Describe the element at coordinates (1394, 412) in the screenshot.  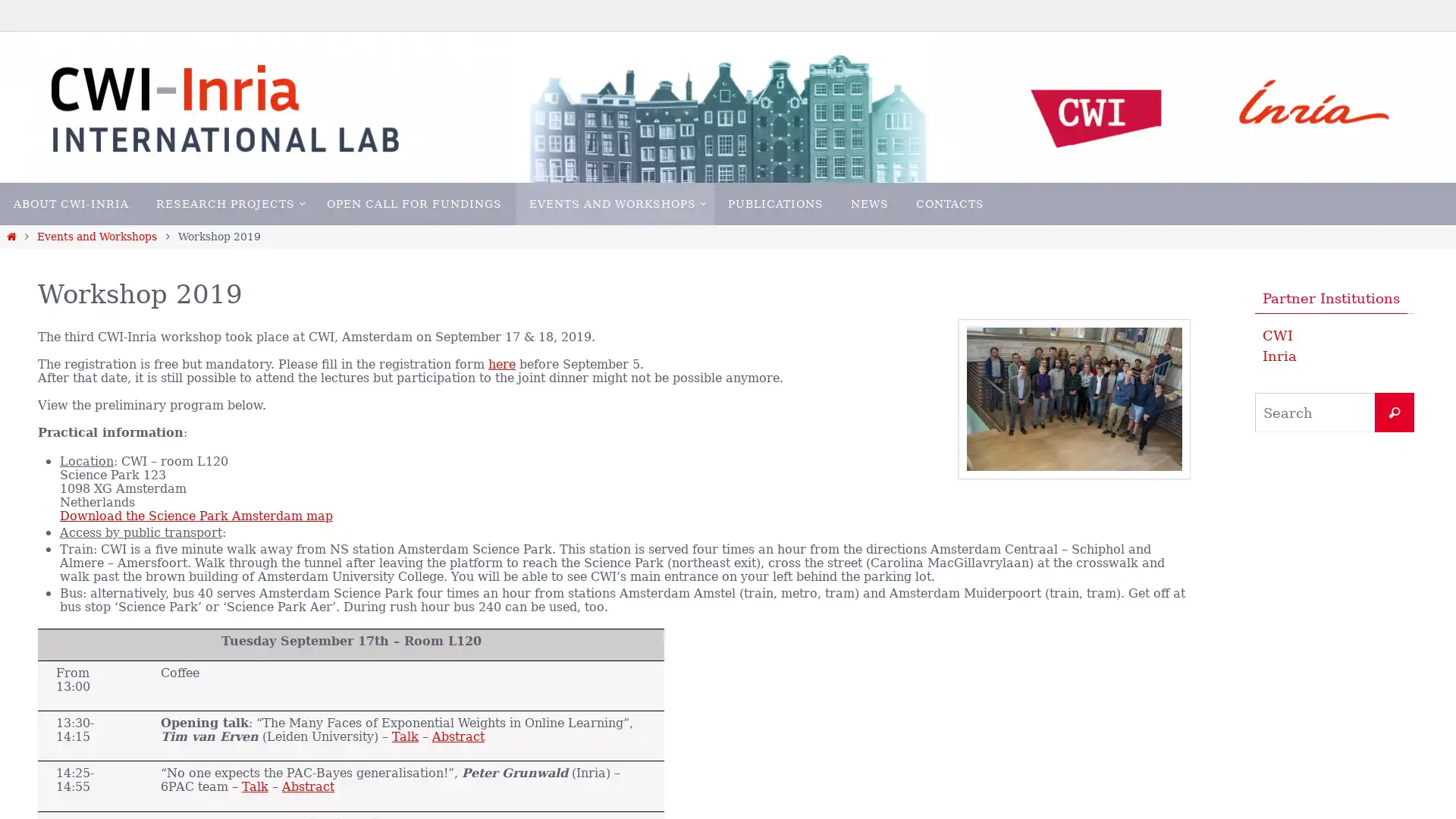
I see `Search` at that location.